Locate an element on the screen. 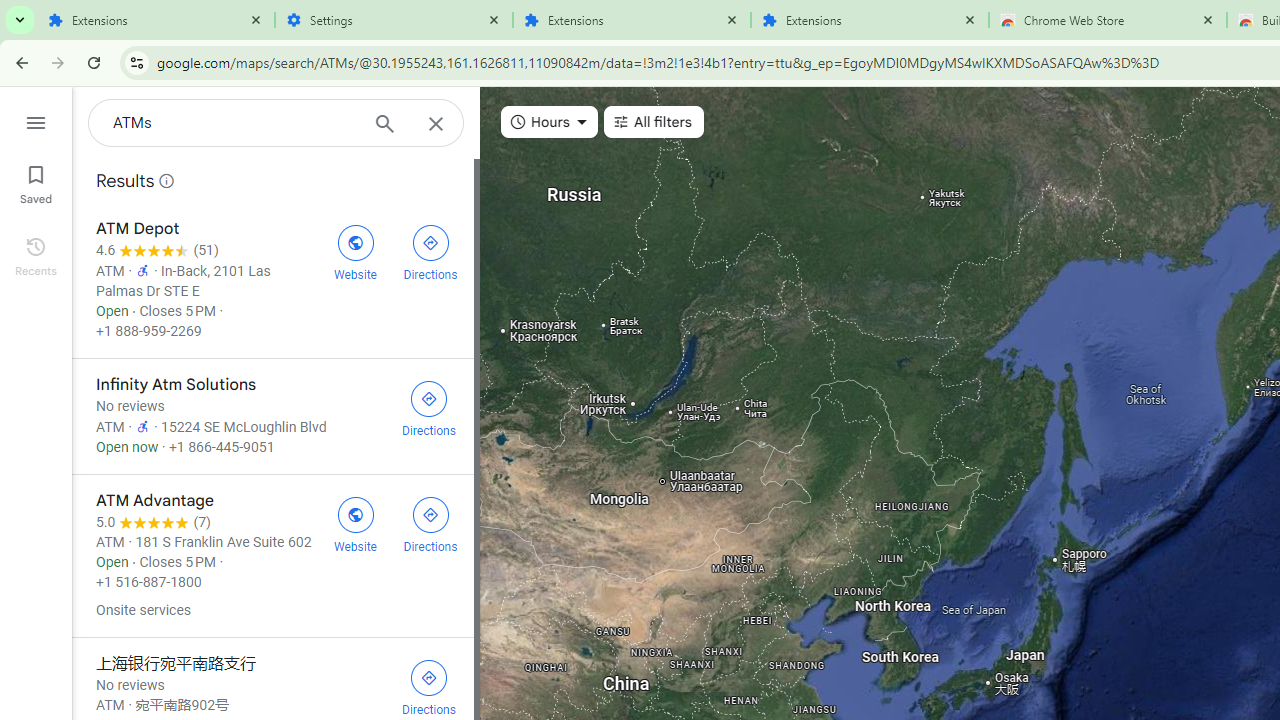 This screenshot has height=720, width=1280. 'AutomationID: searchboxinput' is located at coordinates (234, 123).